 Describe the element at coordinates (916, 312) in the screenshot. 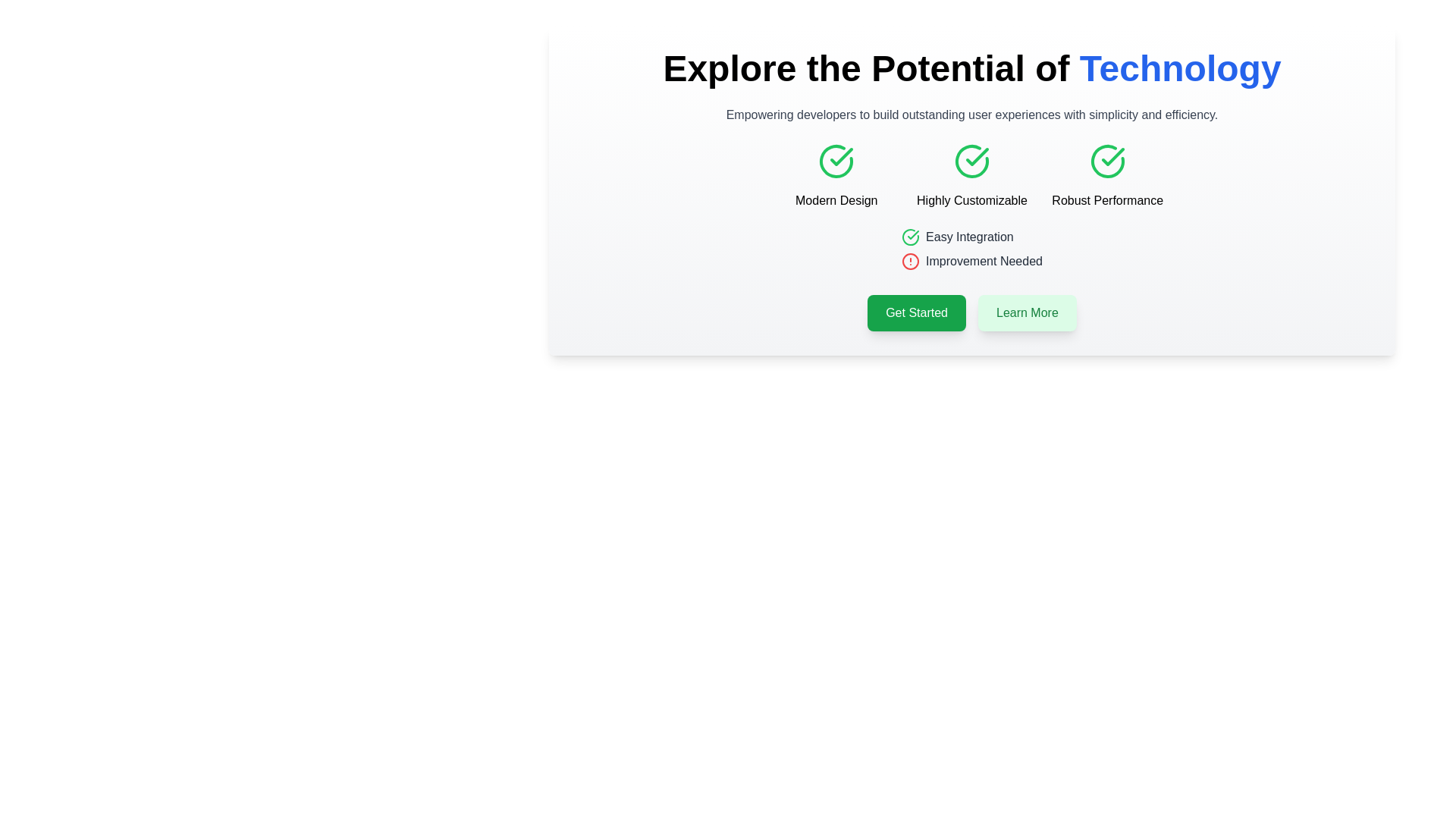

I see `the primary action button located at the bottom center of the interface, positioned to the left of the 'Learn More' button` at that location.